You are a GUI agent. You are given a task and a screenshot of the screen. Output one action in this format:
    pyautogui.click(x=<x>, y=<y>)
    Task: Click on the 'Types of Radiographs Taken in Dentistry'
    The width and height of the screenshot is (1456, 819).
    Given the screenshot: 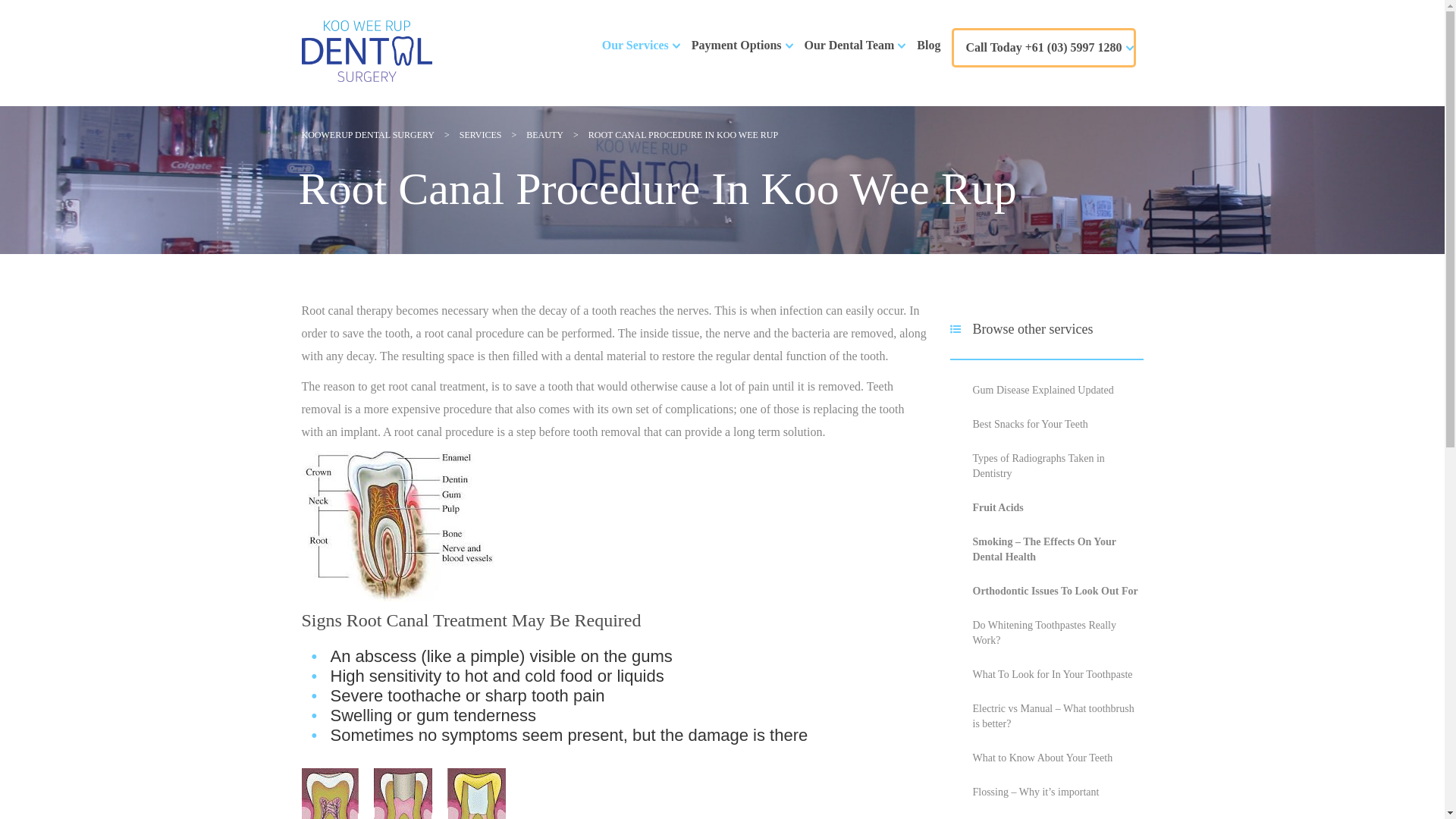 What is the action you would take?
    pyautogui.click(x=1037, y=465)
    